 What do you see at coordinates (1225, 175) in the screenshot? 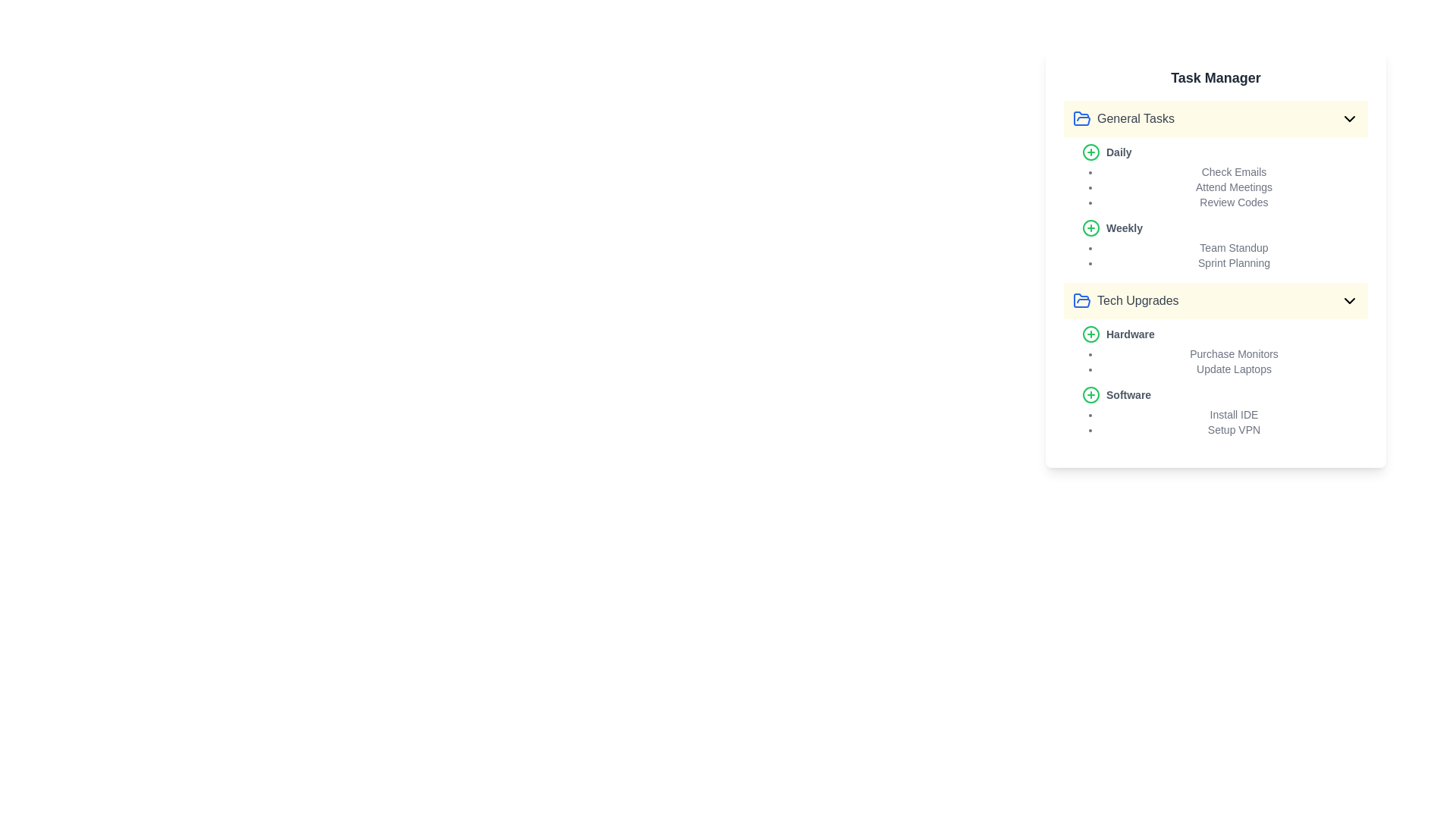
I see `items listed under the 'Daily' header in the 'General Tasks' section, which include 'Check Emails', 'Attend Meetings', and 'Review Codes'` at bounding box center [1225, 175].